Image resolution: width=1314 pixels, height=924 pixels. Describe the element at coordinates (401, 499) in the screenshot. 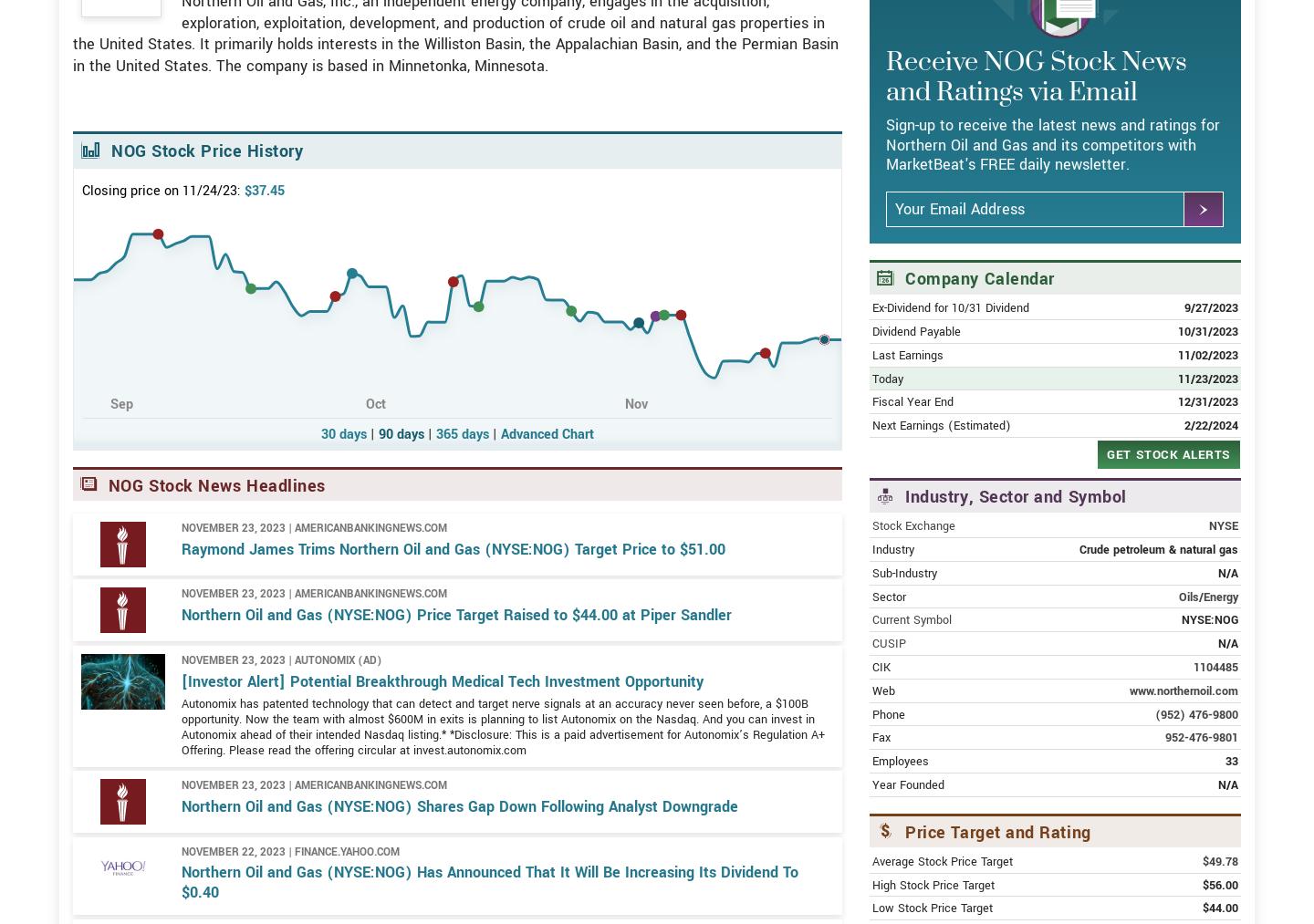

I see `'90 days'` at that location.